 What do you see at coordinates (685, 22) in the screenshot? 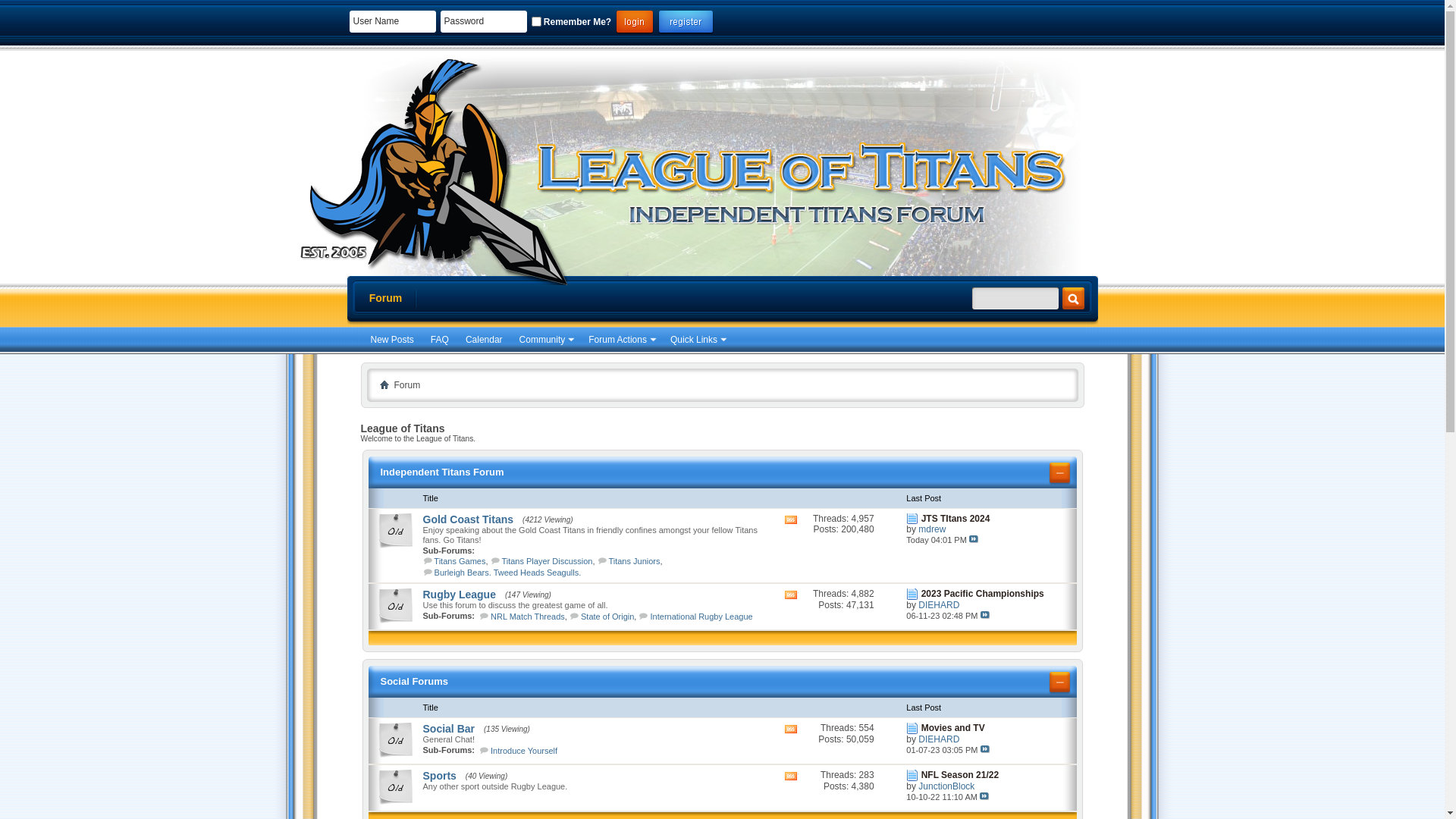
I see `'Register'` at bounding box center [685, 22].